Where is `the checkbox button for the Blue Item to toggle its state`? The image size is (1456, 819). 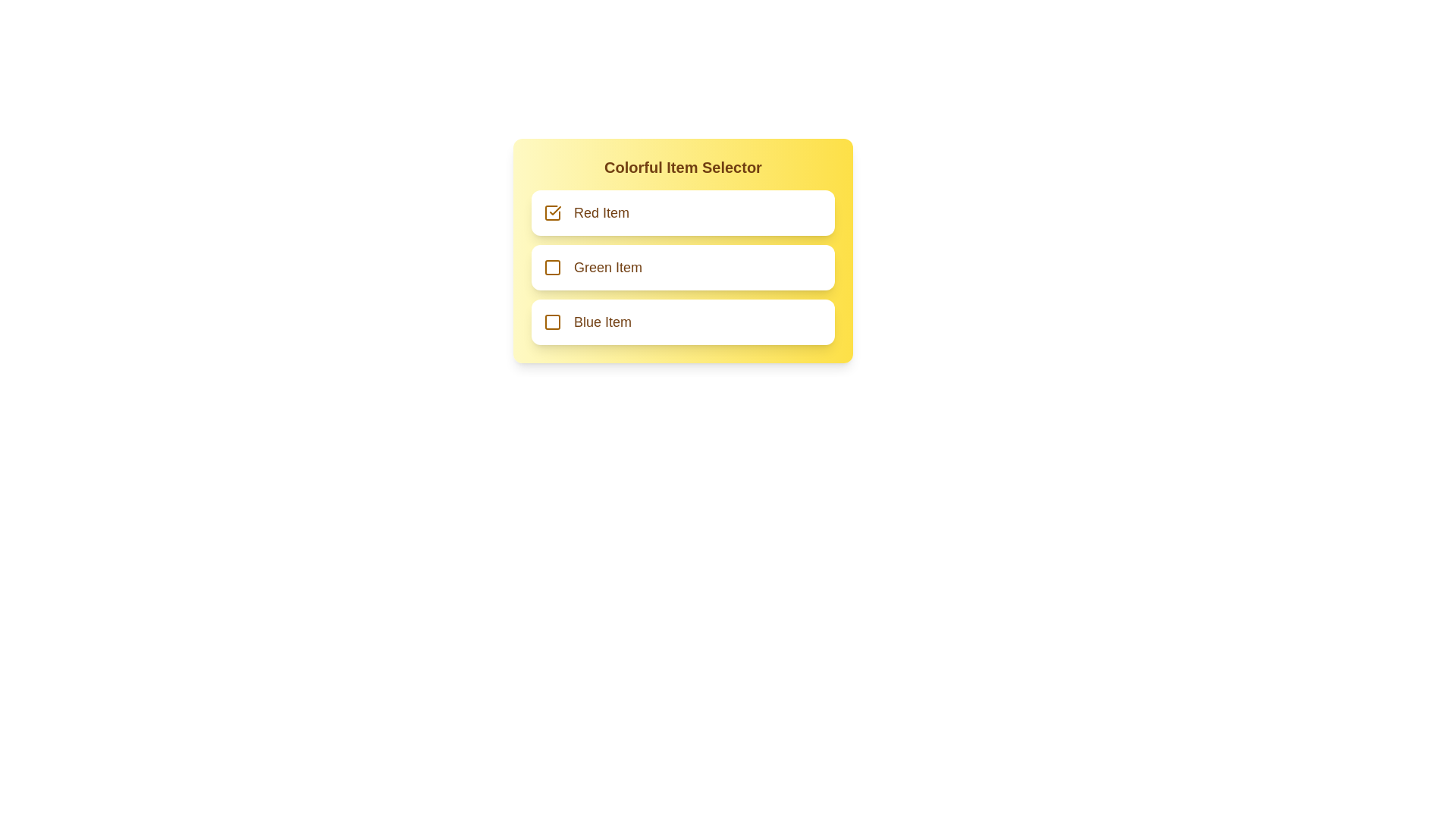
the checkbox button for the Blue Item to toggle its state is located at coordinates (552, 321).